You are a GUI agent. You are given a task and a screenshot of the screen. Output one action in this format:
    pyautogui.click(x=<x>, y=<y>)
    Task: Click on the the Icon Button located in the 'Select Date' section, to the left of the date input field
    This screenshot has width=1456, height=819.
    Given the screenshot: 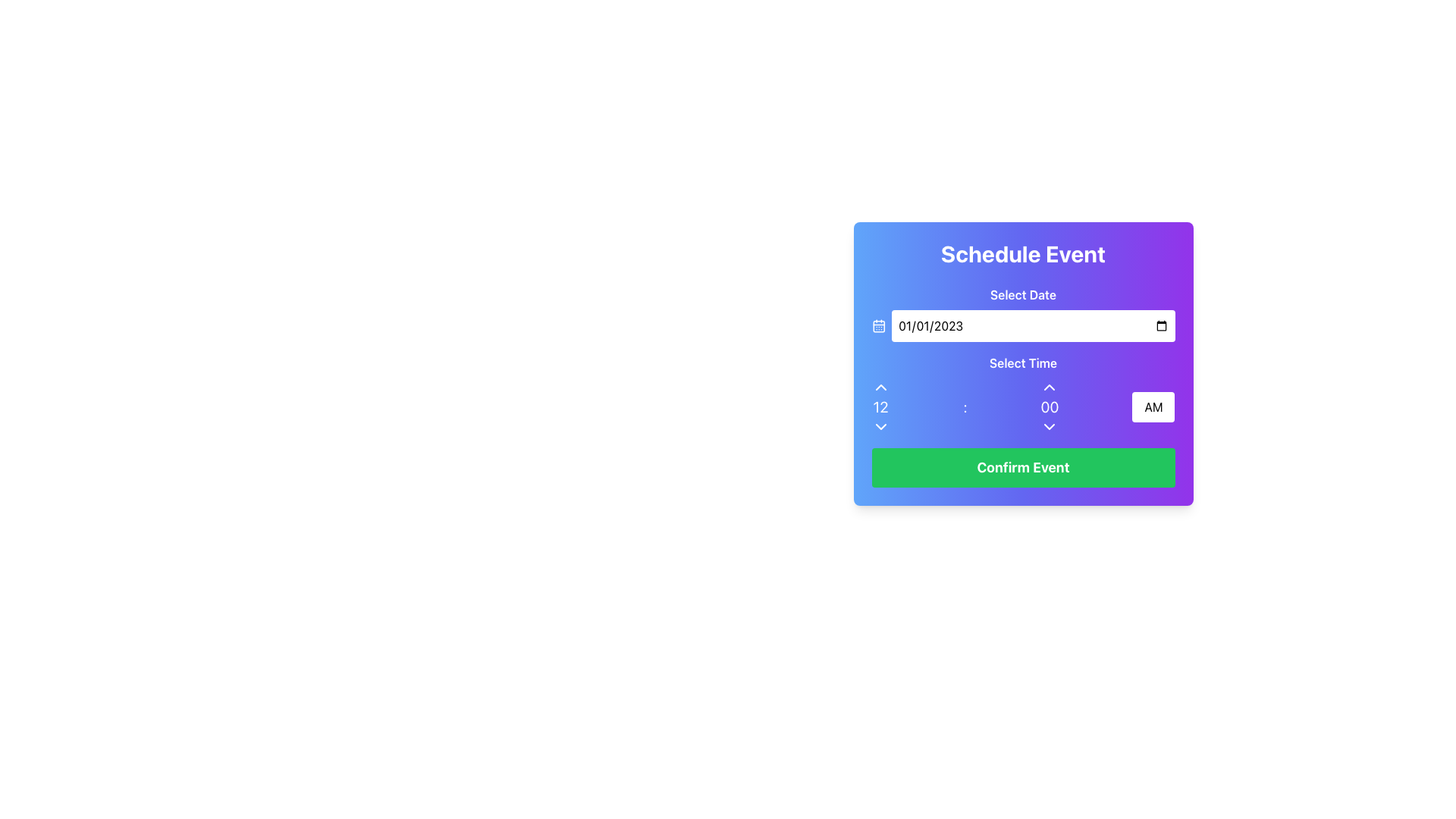 What is the action you would take?
    pyautogui.click(x=878, y=325)
    